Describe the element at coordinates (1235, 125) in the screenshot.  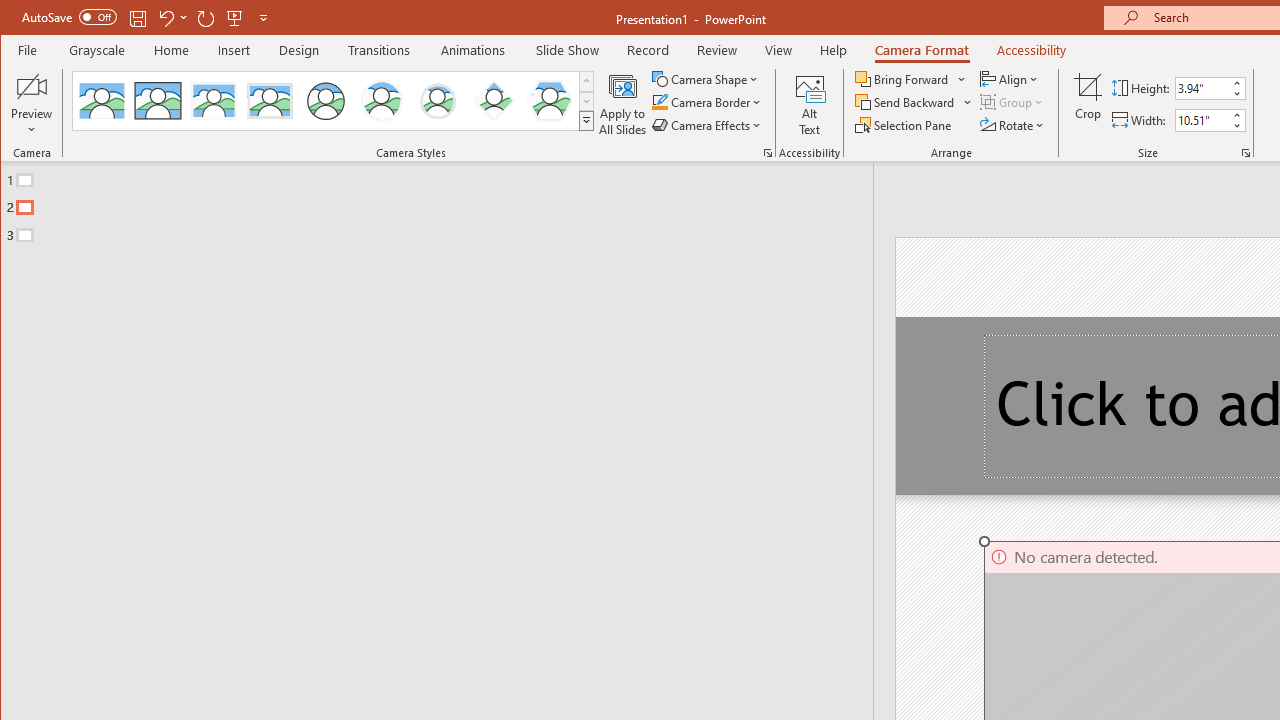
I see `'Less'` at that location.